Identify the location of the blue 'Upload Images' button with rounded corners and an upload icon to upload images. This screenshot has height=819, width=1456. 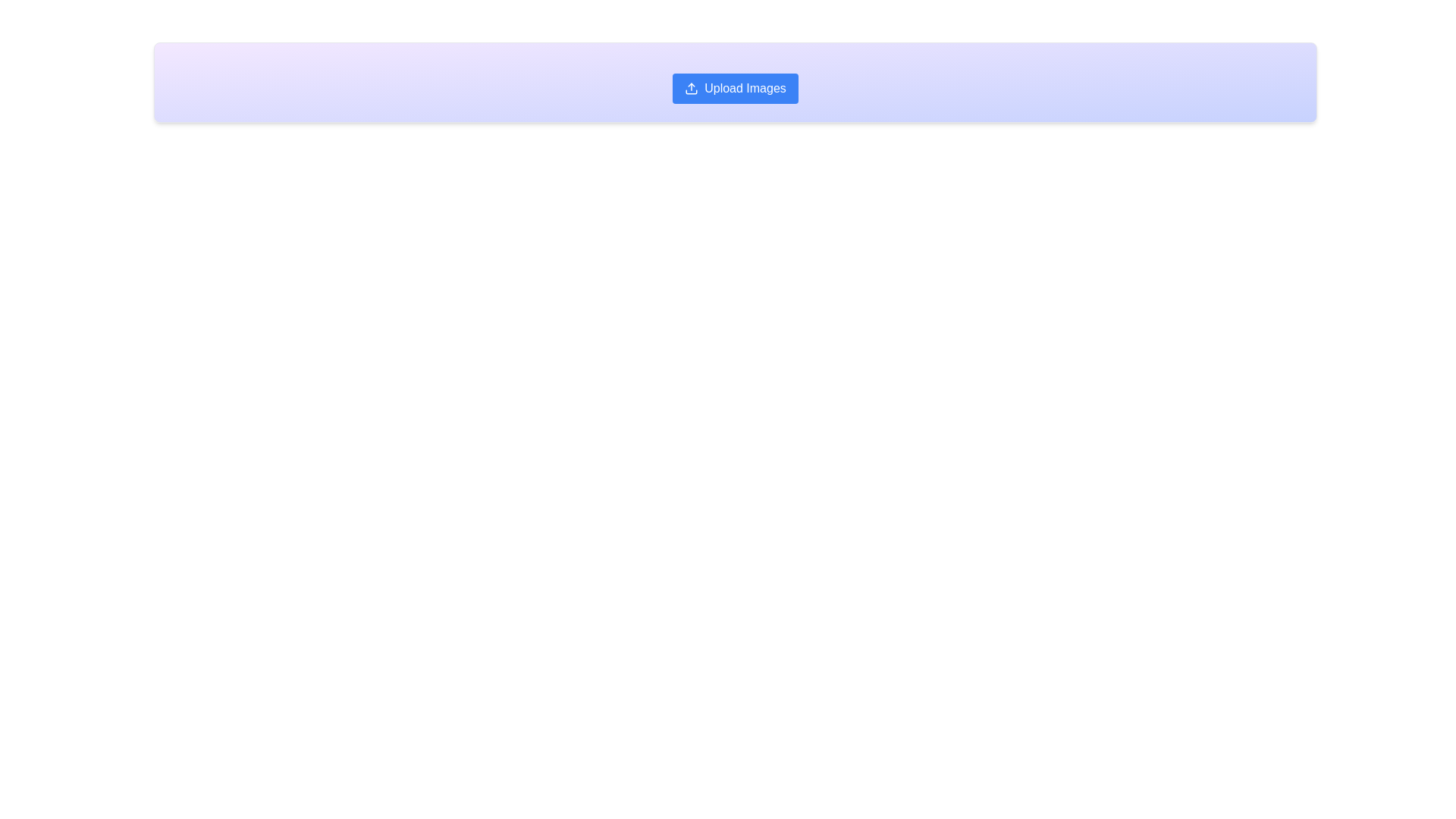
(735, 88).